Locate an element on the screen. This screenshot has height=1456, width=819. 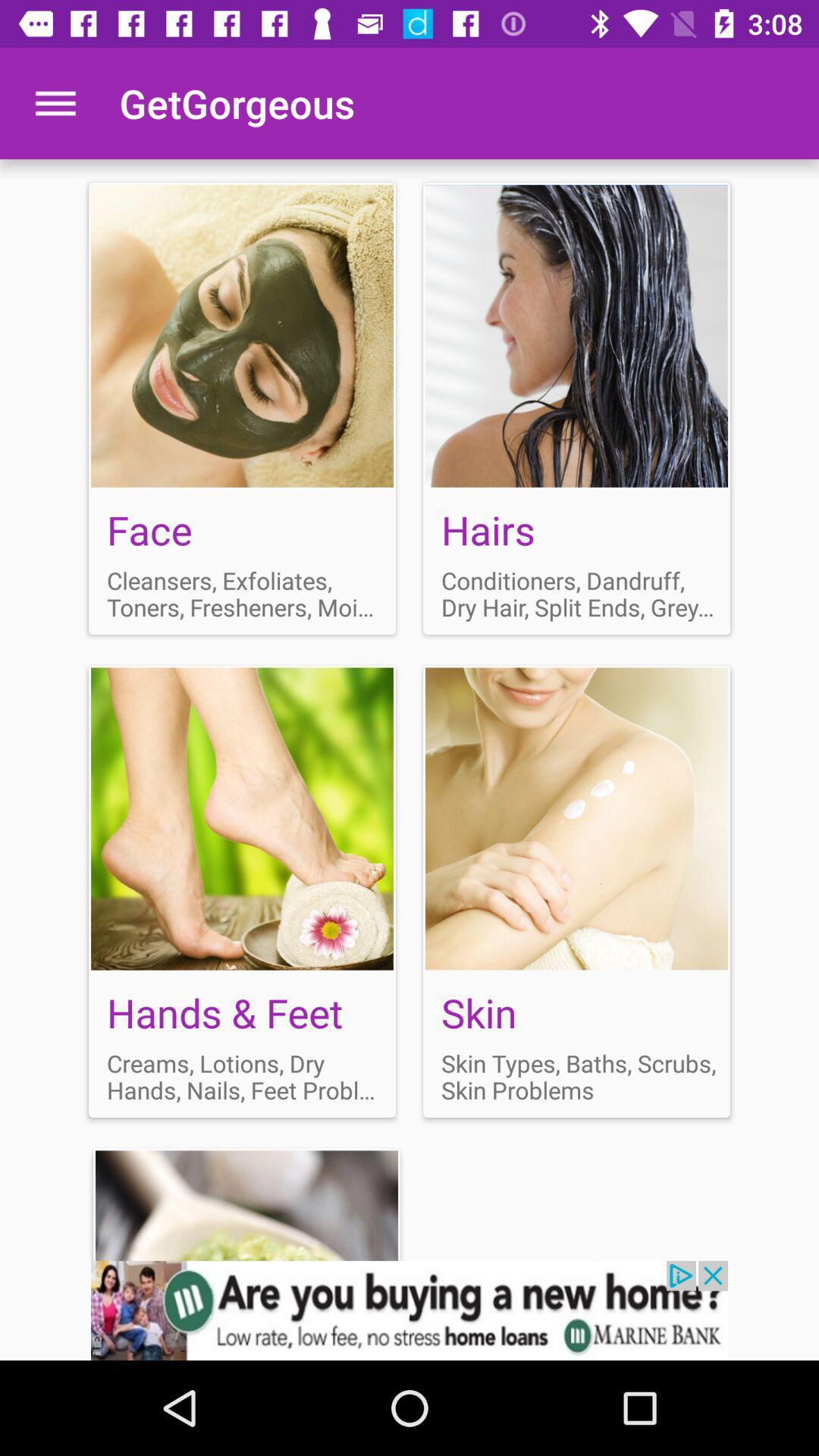
to select options related to skin is located at coordinates (576, 891).